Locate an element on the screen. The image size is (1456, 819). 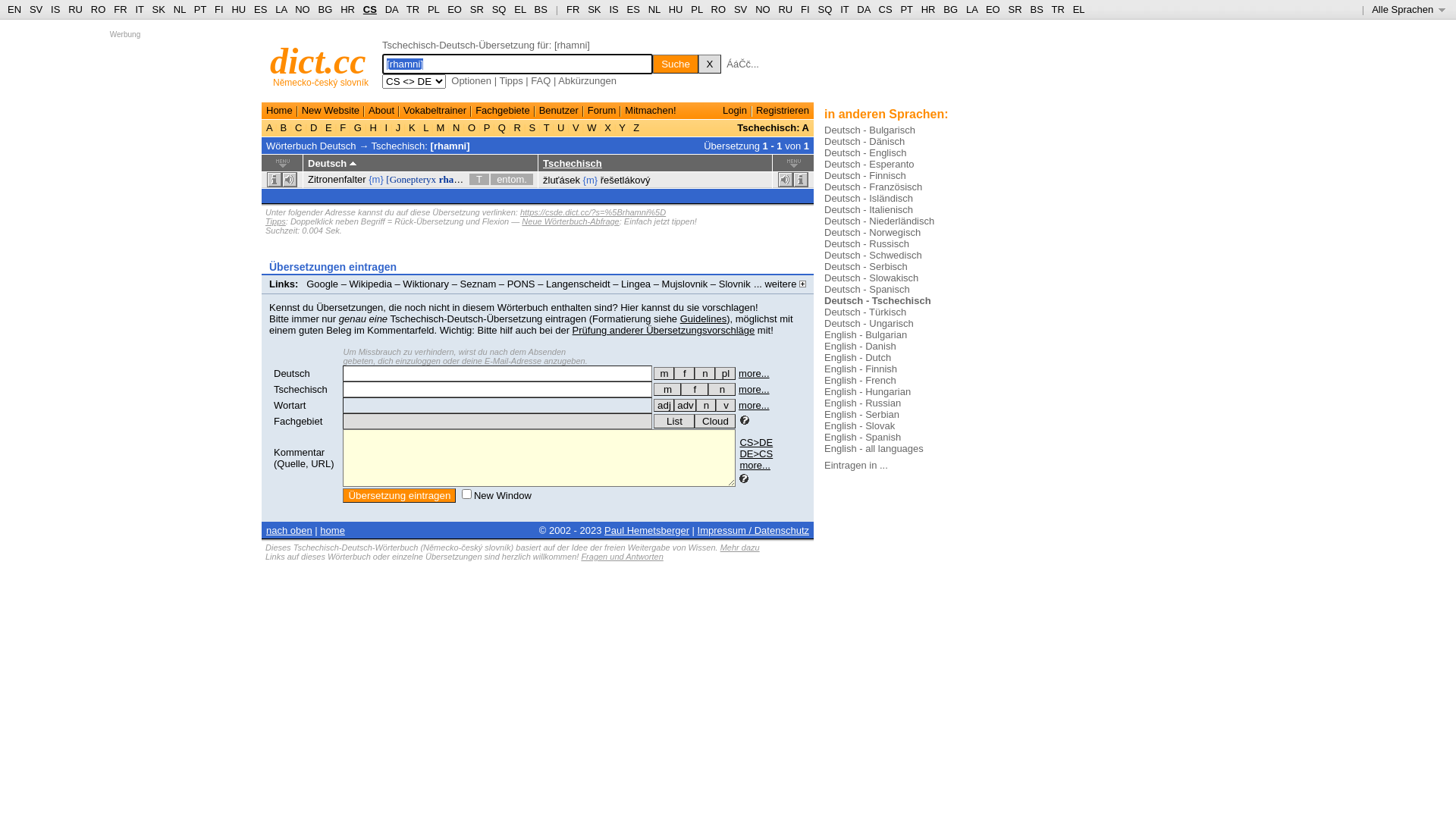
'SR' is located at coordinates (1015, 9).